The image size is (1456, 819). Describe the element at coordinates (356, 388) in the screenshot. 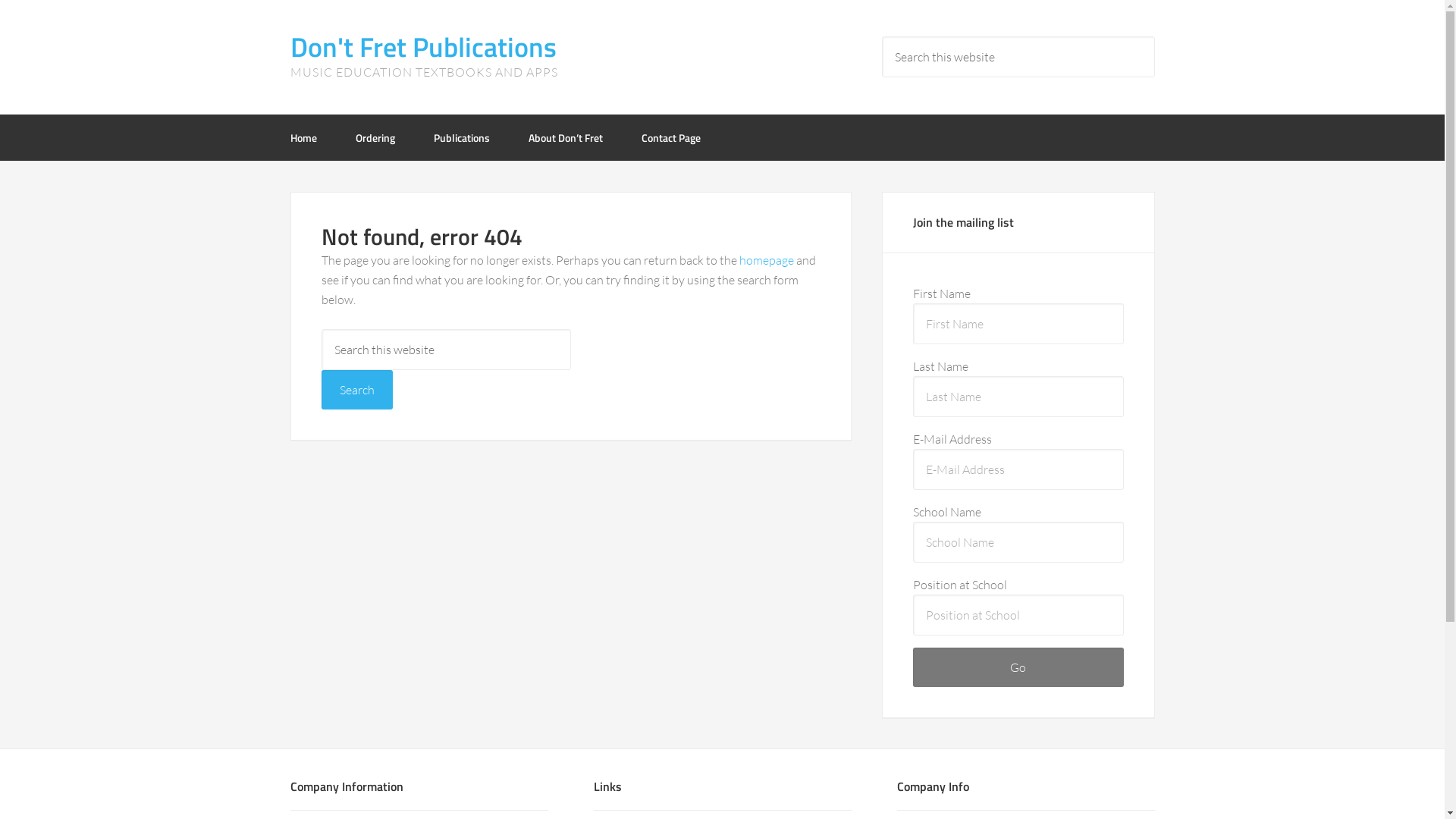

I see `'Search'` at that location.